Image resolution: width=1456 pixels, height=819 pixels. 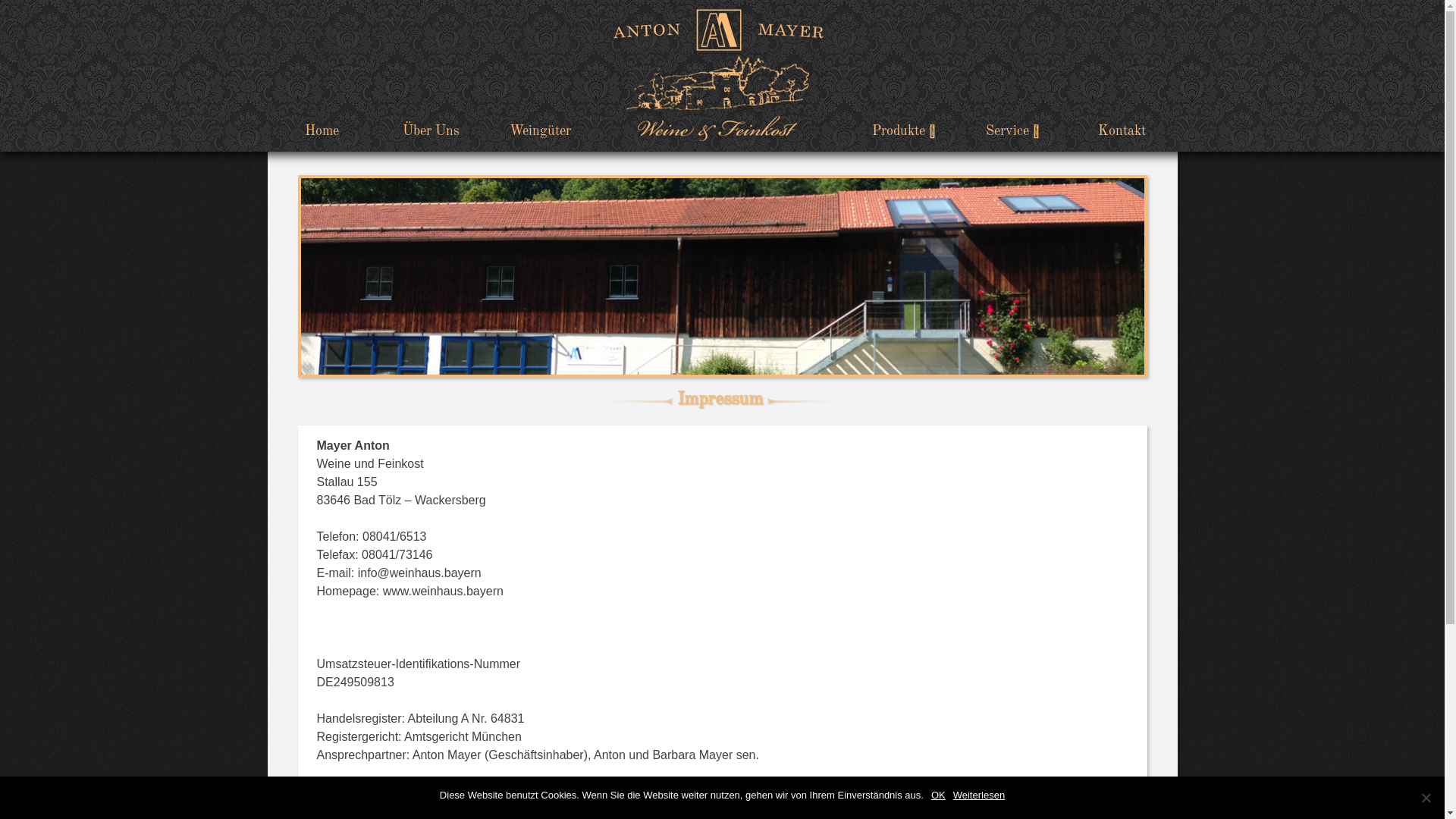 What do you see at coordinates (979, 795) in the screenshot?
I see `'Weiterlesen'` at bounding box center [979, 795].